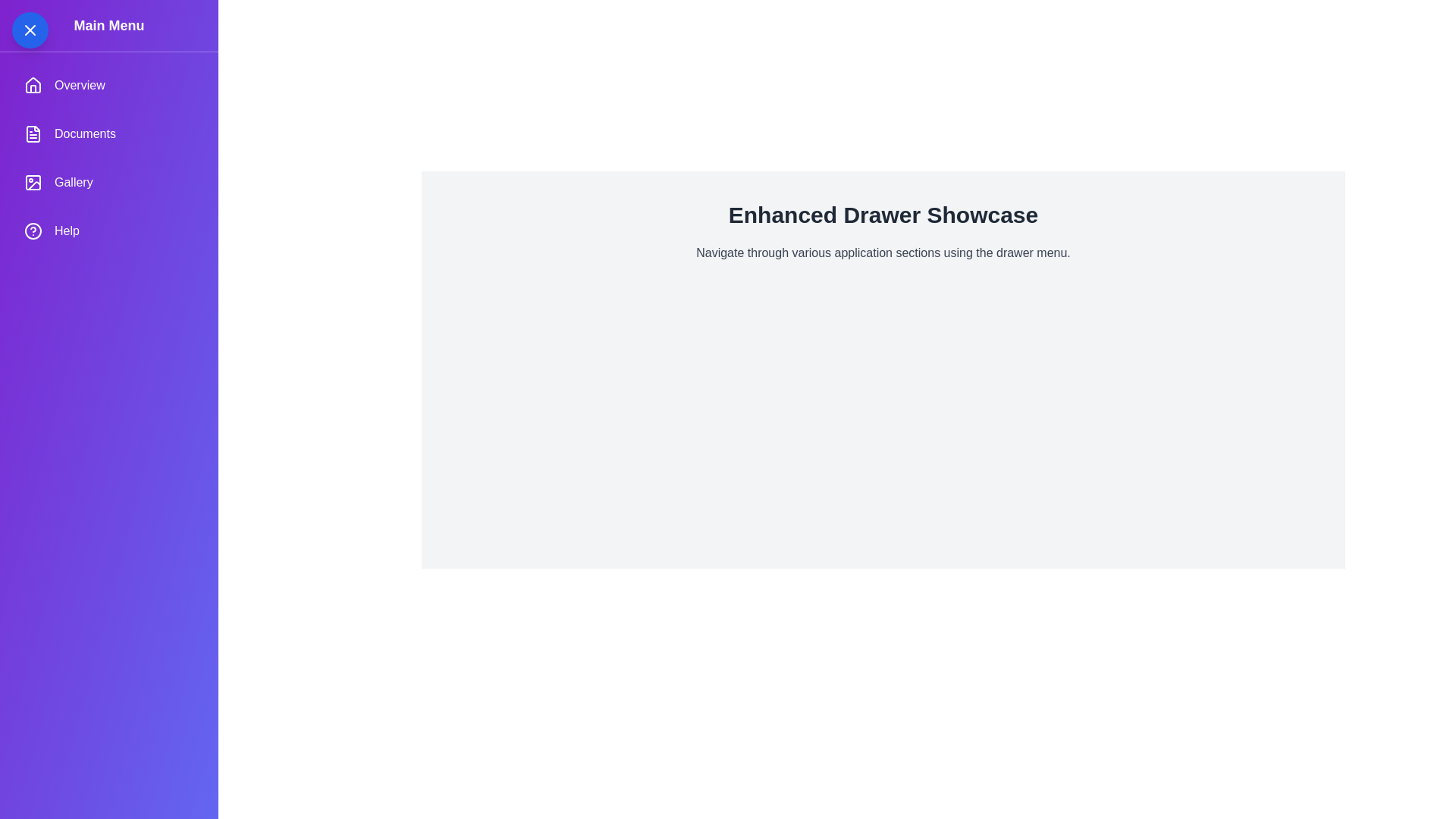  Describe the element at coordinates (108, 85) in the screenshot. I see `the 'Overview' item in the drawer menu to navigate to the 'Overview' section` at that location.